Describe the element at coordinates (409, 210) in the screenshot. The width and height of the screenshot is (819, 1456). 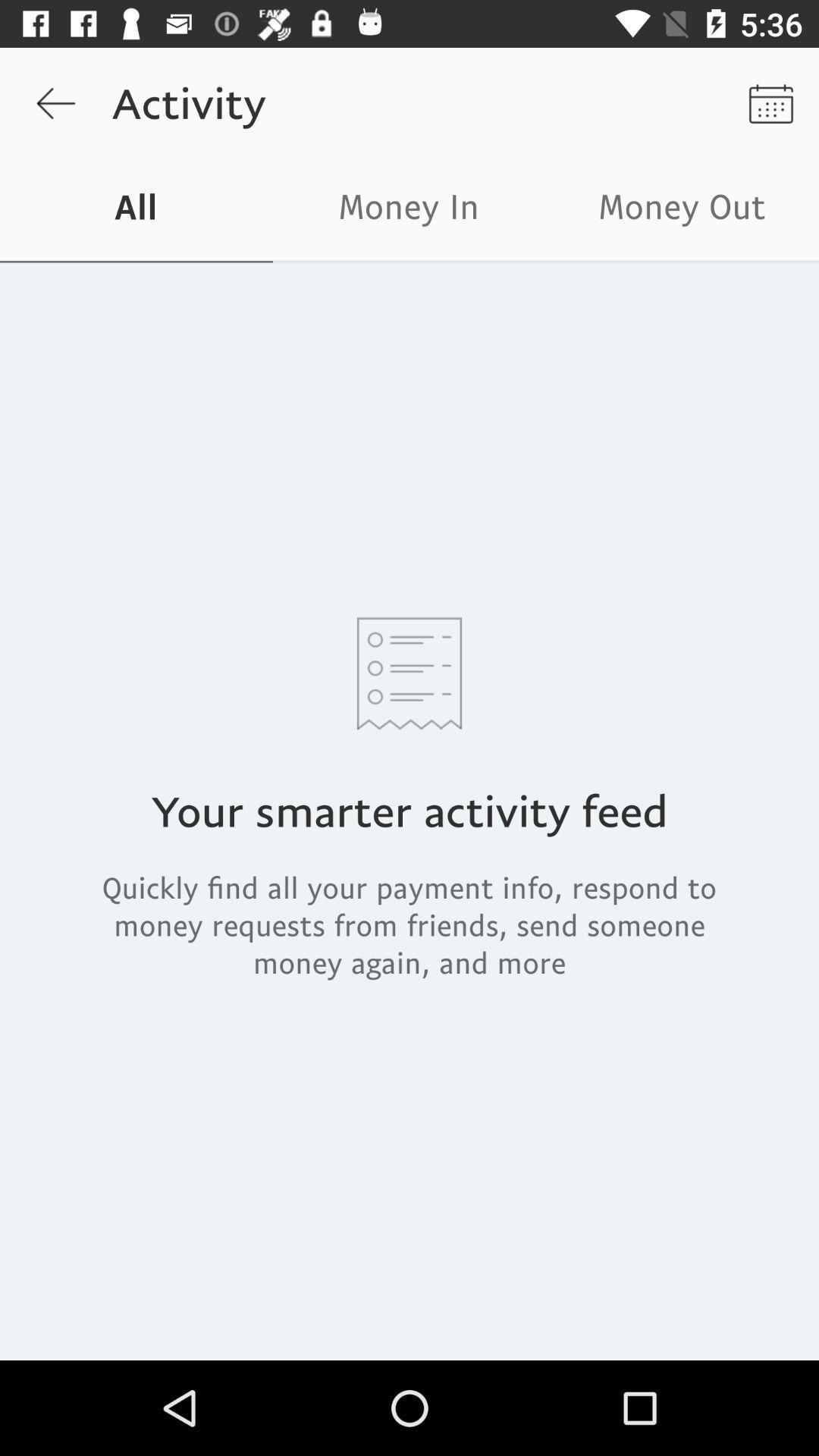
I see `icon to the left of the money out` at that location.